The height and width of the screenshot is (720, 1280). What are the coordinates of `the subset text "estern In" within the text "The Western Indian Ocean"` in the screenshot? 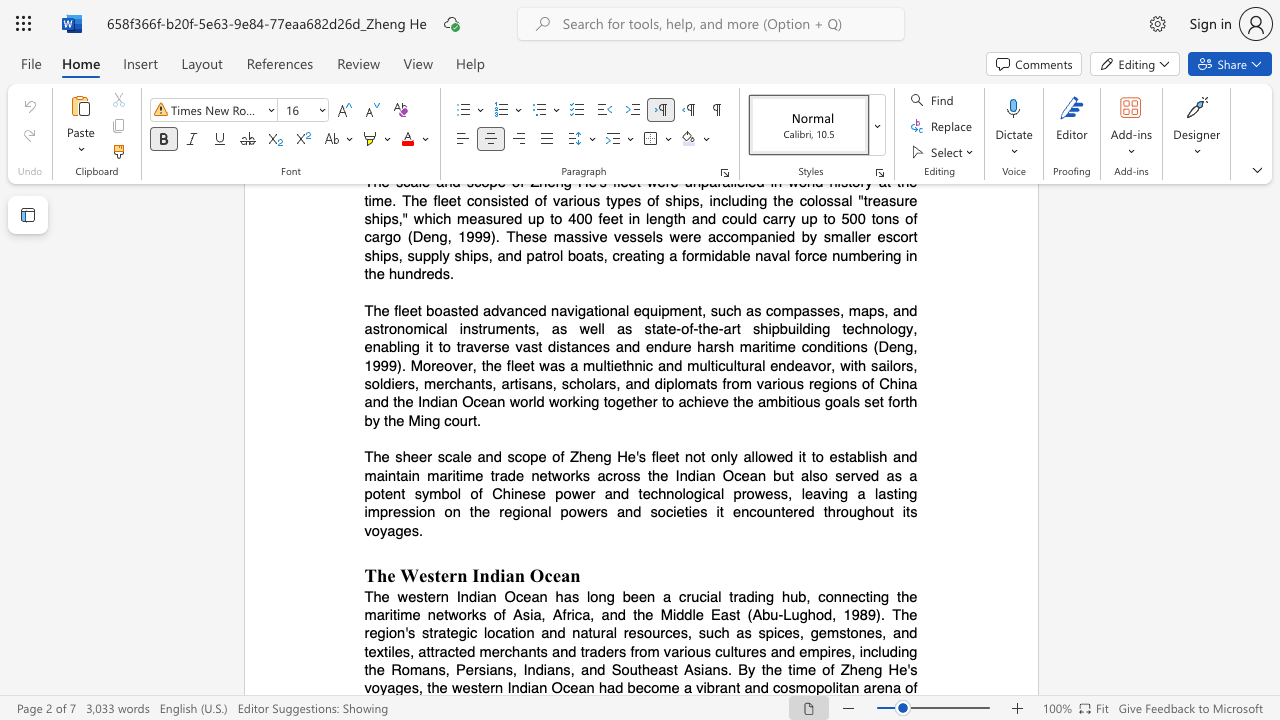 It's located at (417, 575).